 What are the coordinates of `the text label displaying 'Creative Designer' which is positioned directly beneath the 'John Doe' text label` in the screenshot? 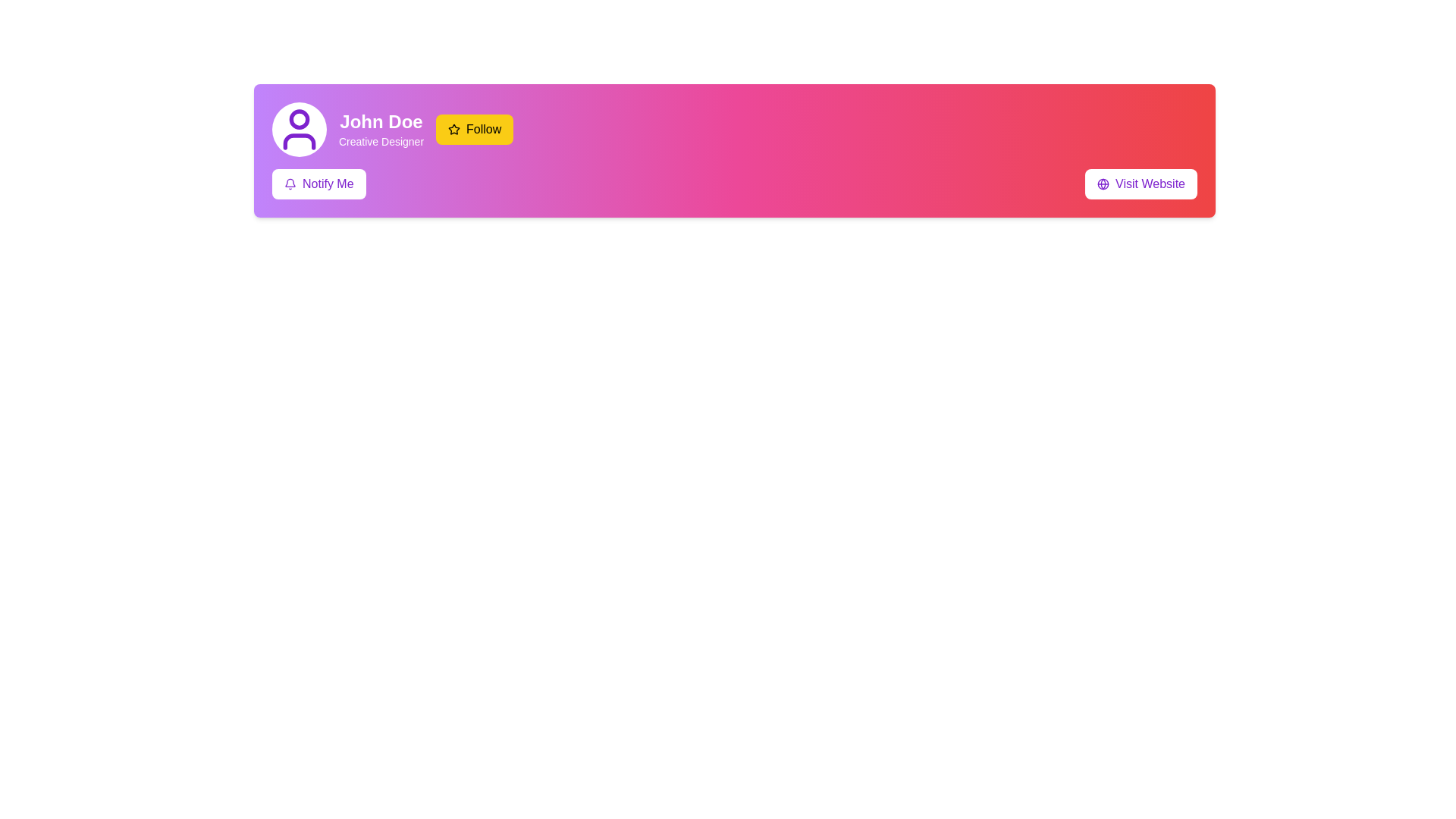 It's located at (381, 141).